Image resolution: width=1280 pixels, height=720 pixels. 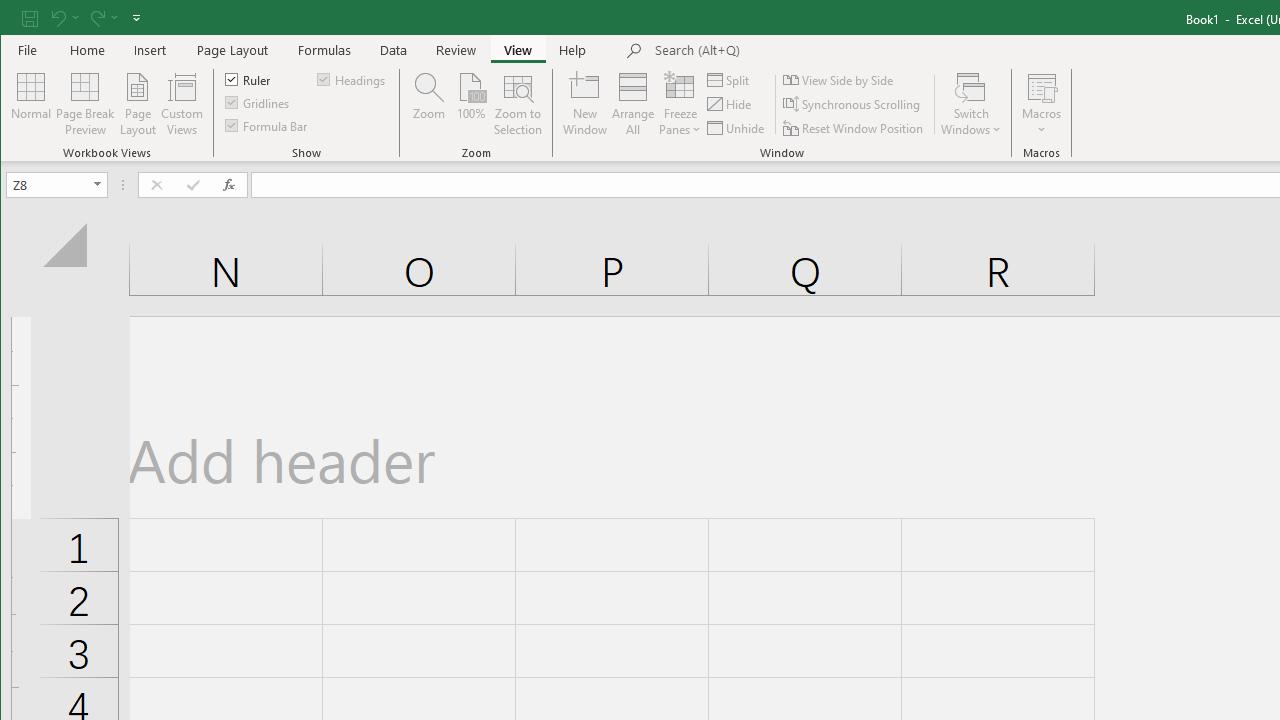 I want to click on 'Help', so click(x=572, y=49).